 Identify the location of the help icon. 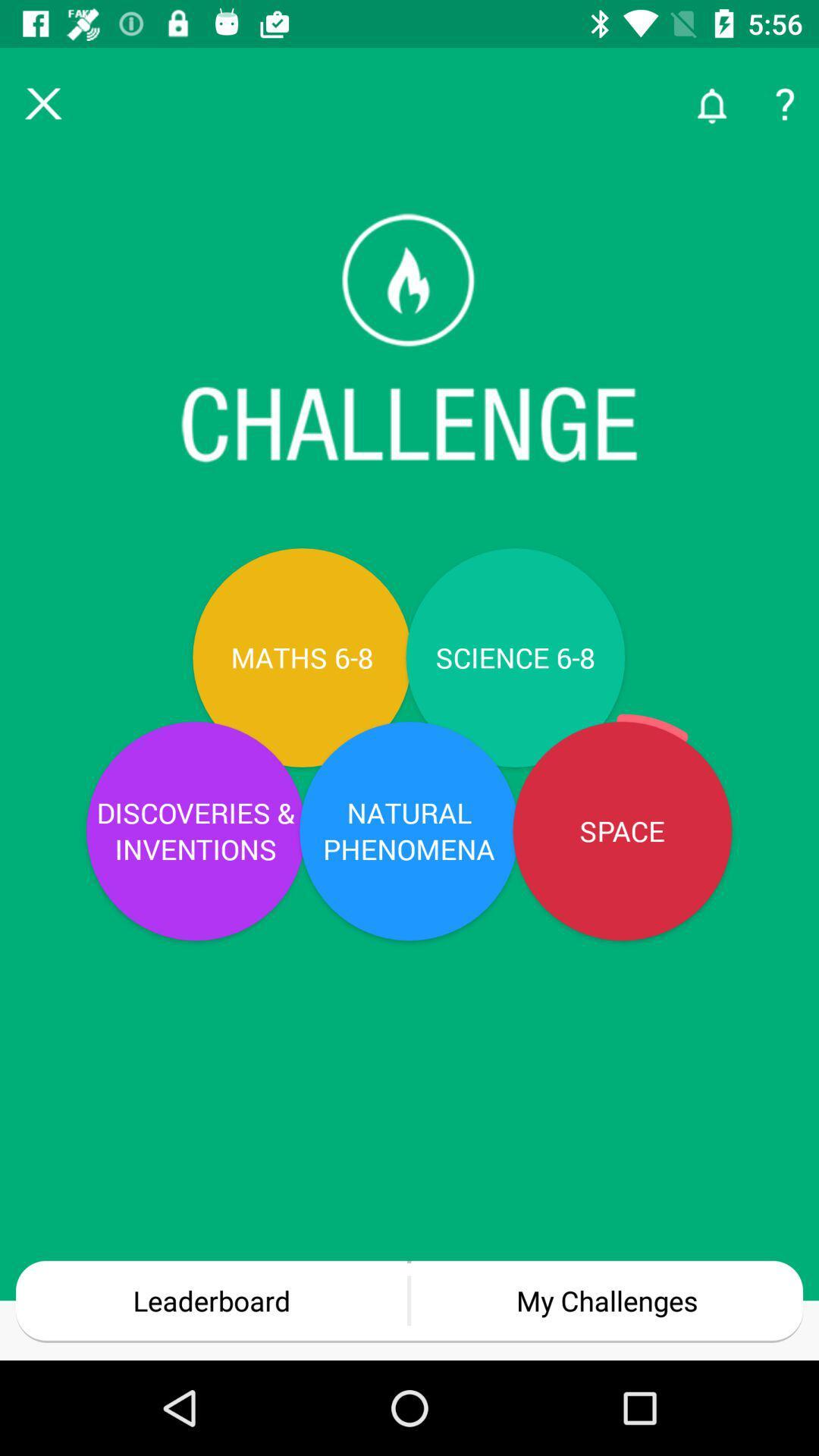
(785, 103).